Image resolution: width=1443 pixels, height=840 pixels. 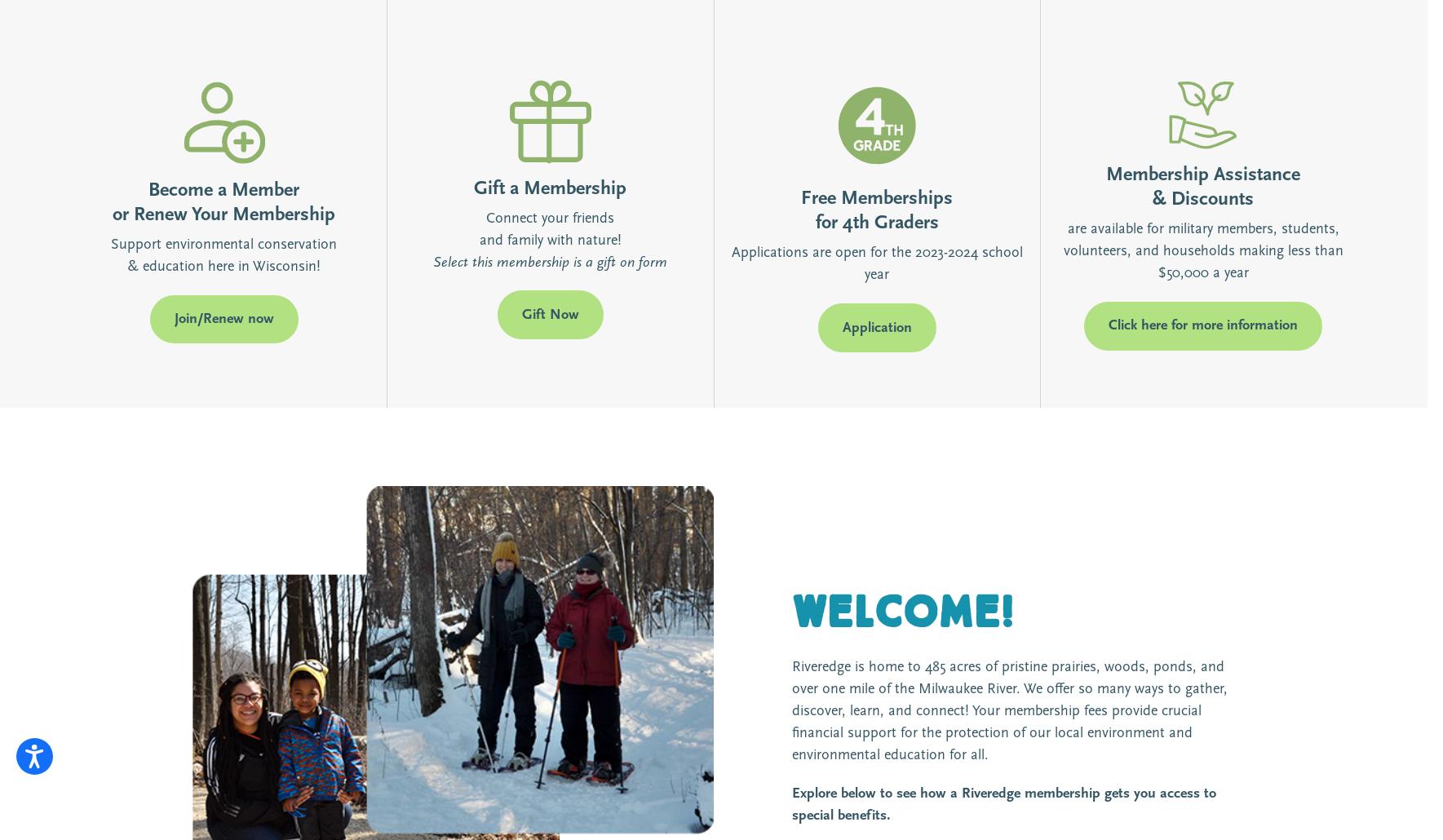 What do you see at coordinates (1202, 199) in the screenshot?
I see `'& Discounts'` at bounding box center [1202, 199].